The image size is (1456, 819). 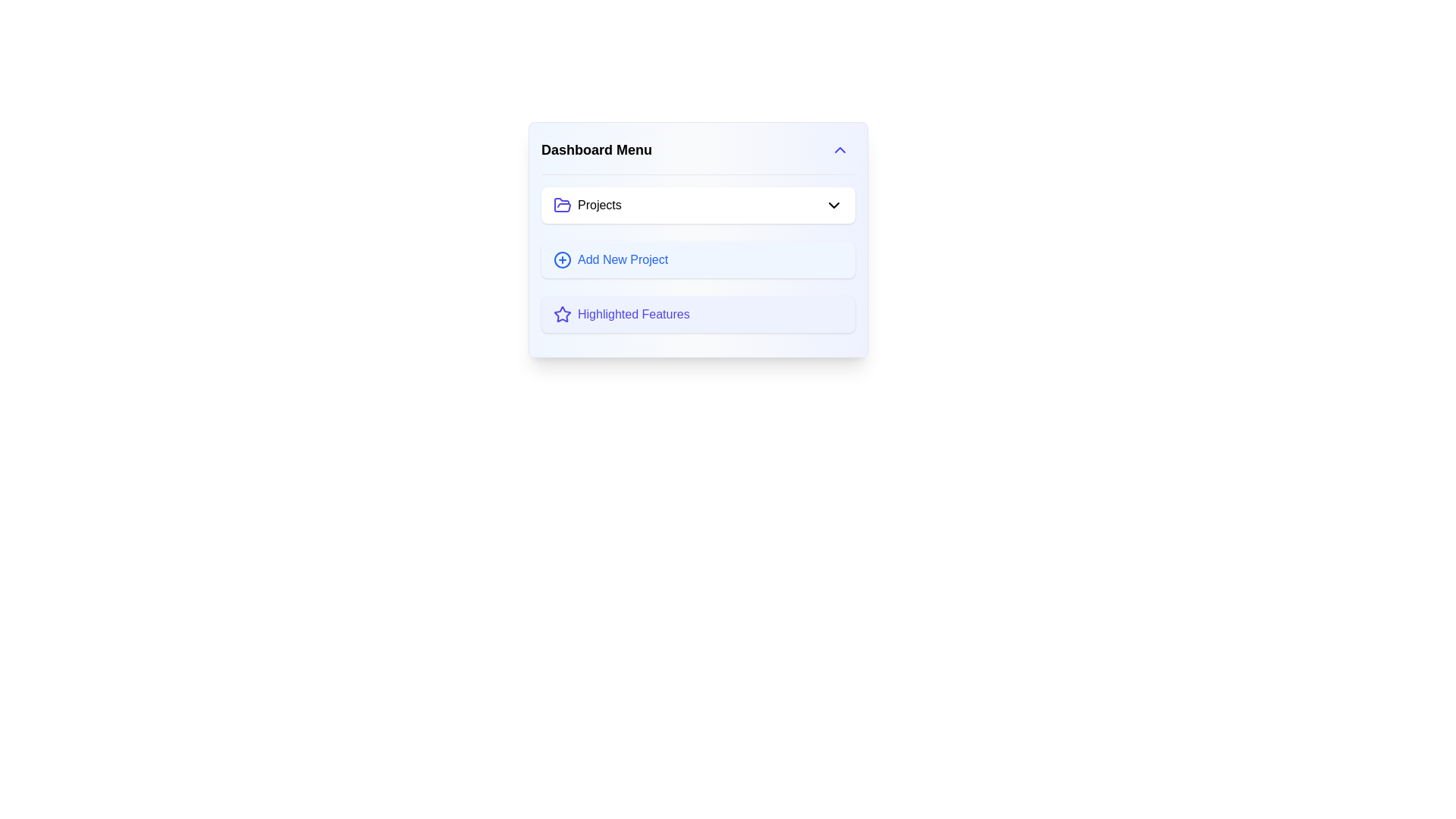 I want to click on the upward-facing chevron icon located in the top-right corner of the 'Dashboard Menu' card-style menu, so click(x=839, y=149).